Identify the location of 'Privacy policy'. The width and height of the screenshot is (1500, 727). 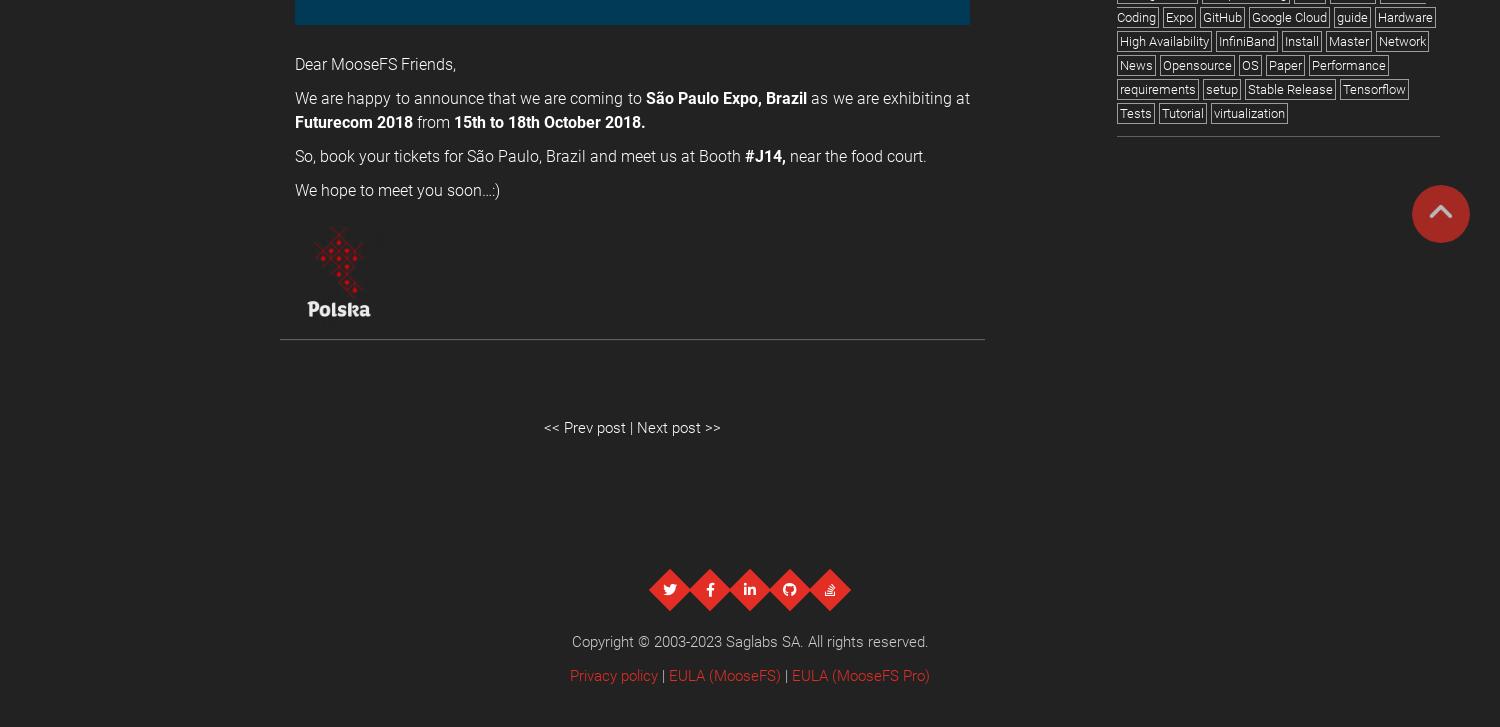
(569, 674).